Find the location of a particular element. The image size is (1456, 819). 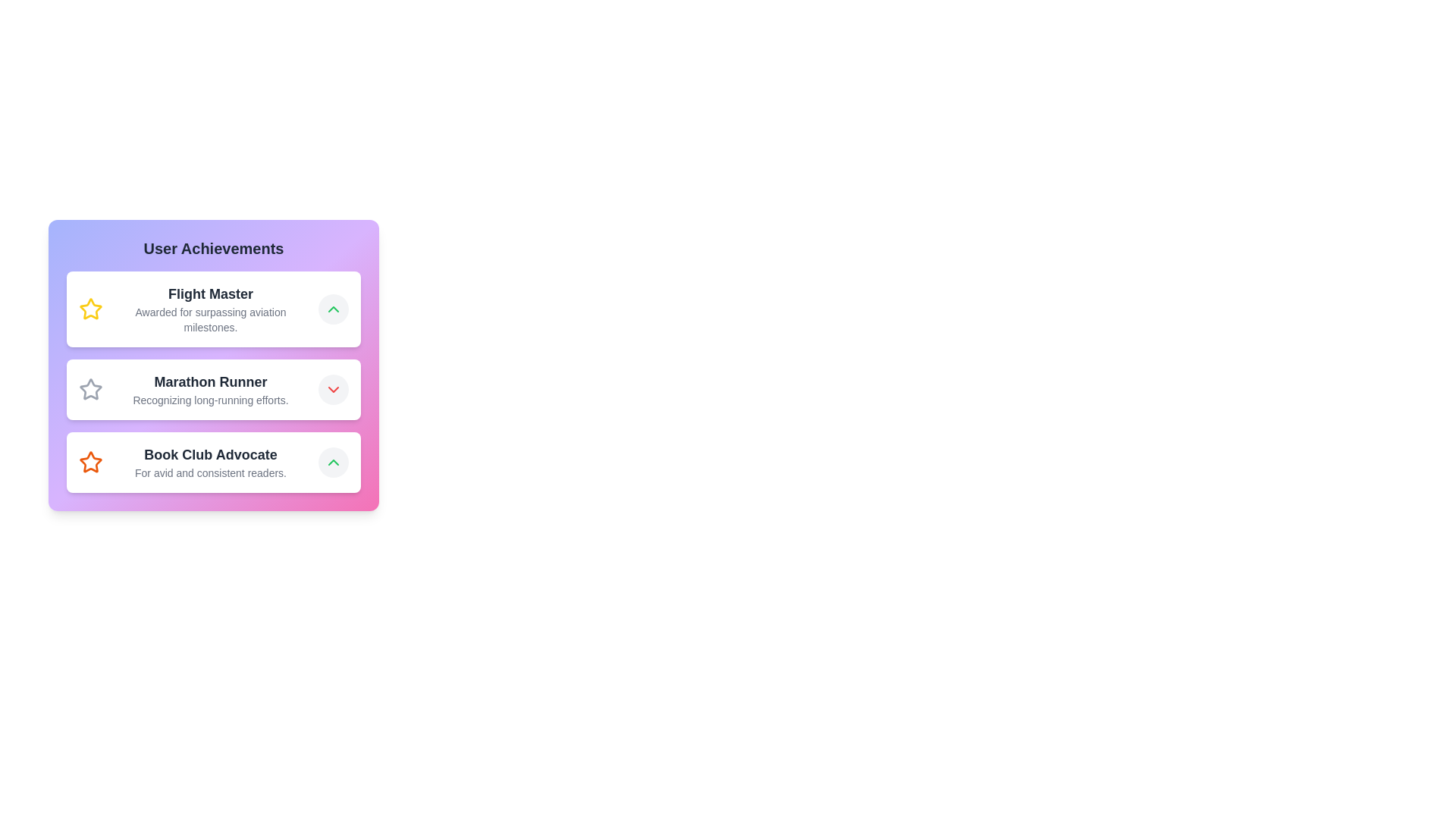

the SVG icon located at the right end of the 'Marathon Runner' achievement in the User Achievements list is located at coordinates (333, 388).